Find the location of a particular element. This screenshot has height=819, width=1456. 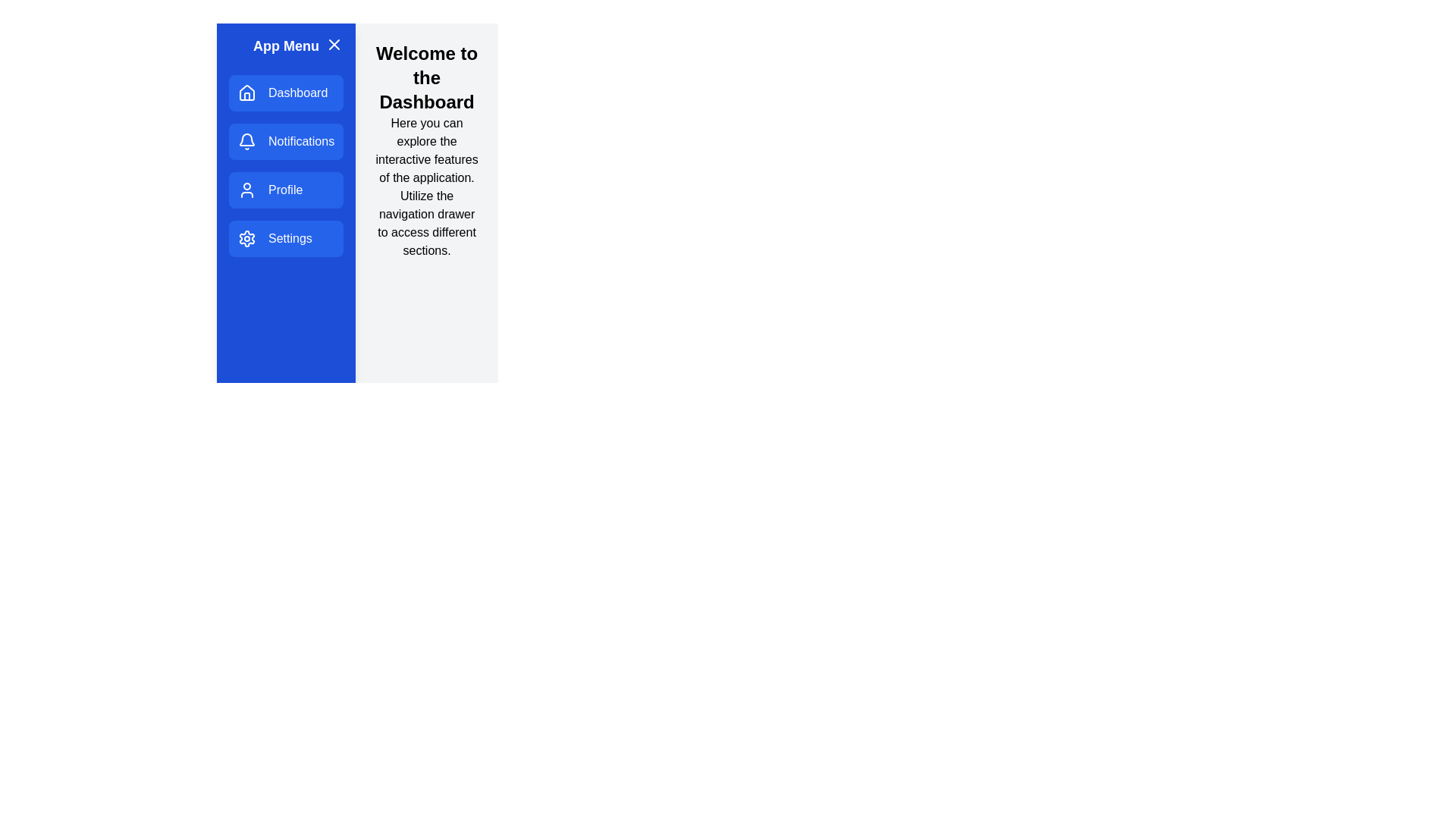

the informational text block that provides guidance on exploring the application's interactive features, located below the 'Welcome to the Dashboard' title is located at coordinates (426, 186).